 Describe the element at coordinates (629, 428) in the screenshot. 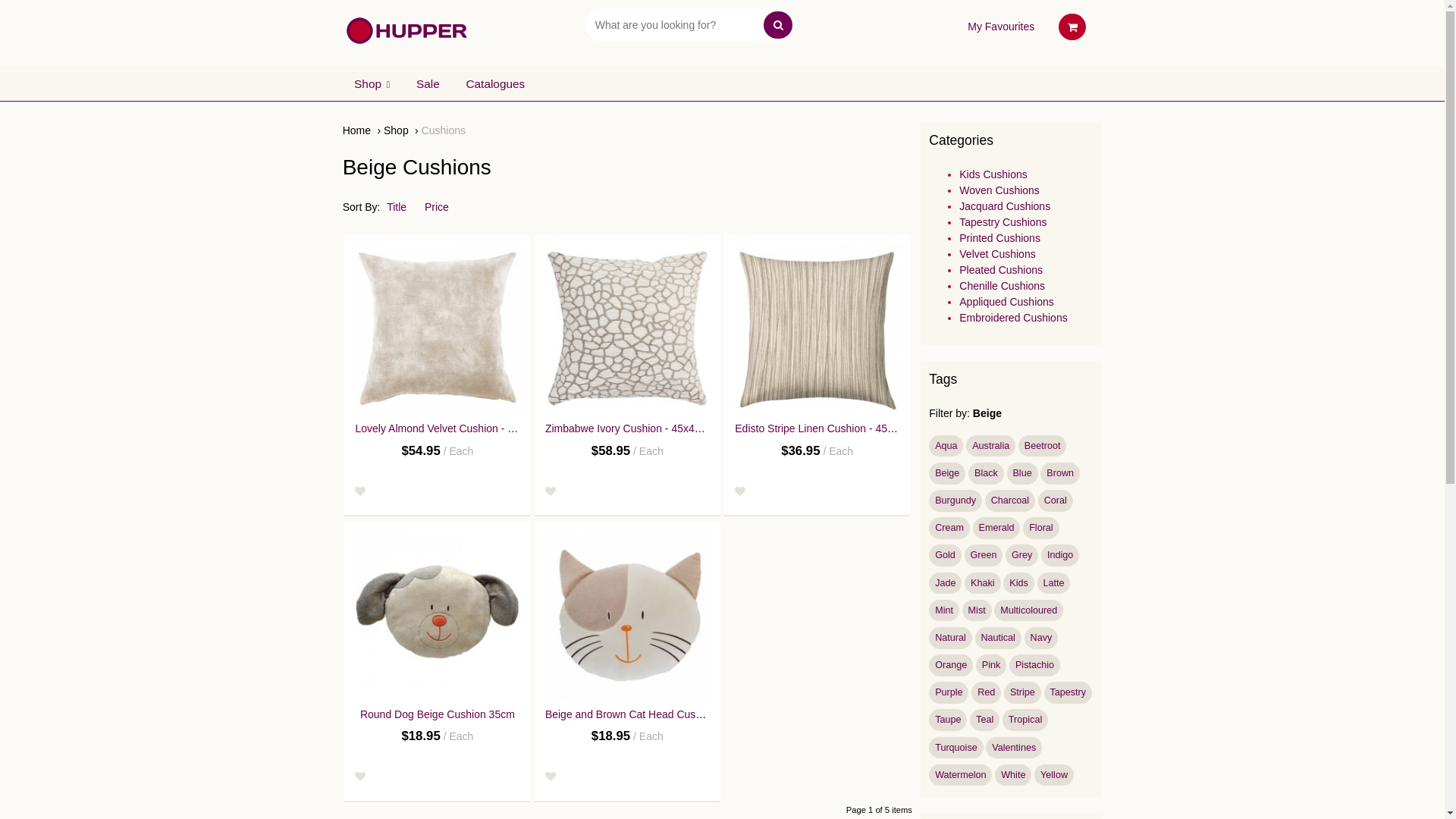

I see `'Zimbabwe Ivory Cushion - 45x45cm'` at that location.